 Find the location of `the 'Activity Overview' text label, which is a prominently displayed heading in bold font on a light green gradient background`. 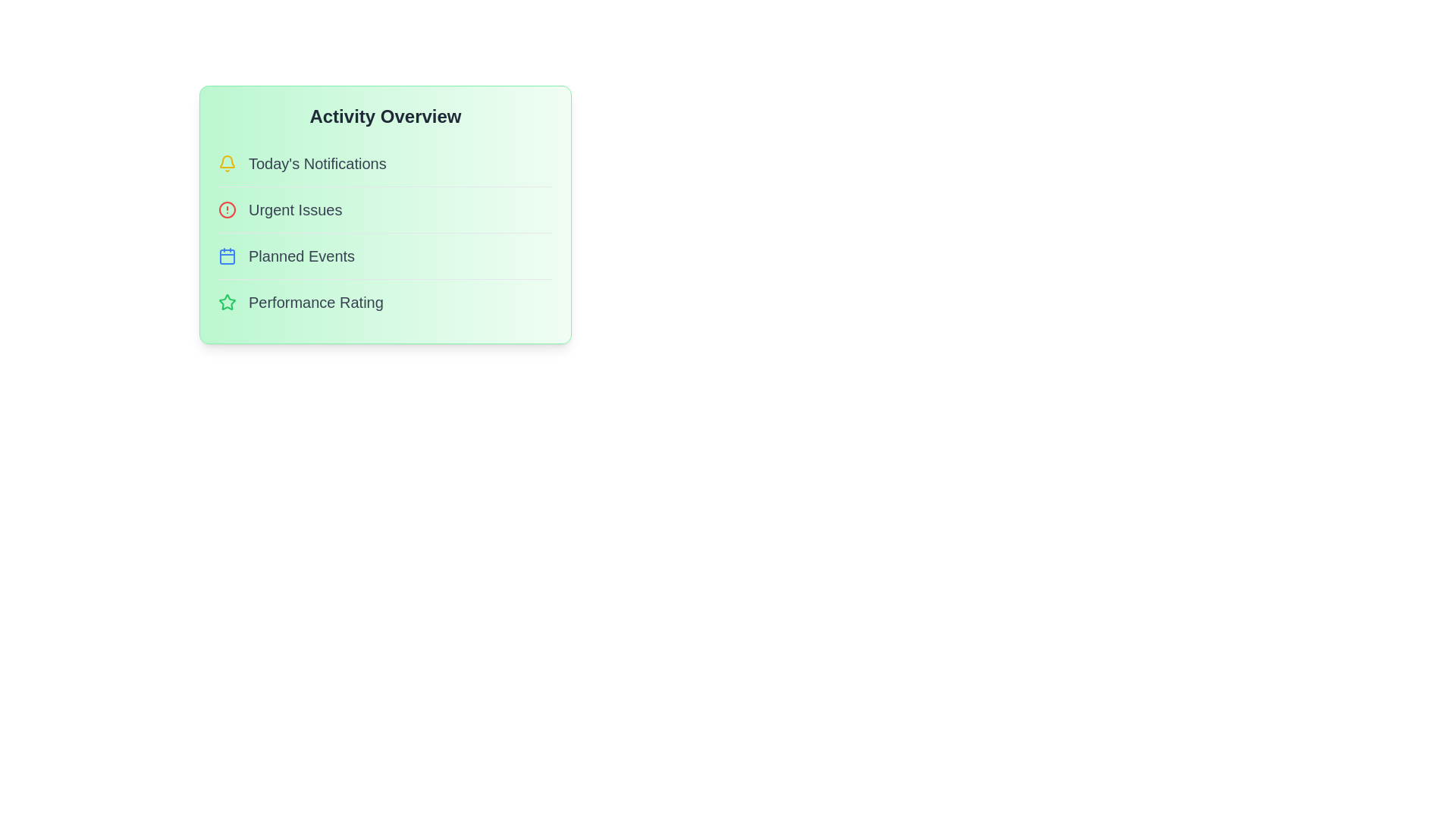

the 'Activity Overview' text label, which is a prominently displayed heading in bold font on a light green gradient background is located at coordinates (385, 116).